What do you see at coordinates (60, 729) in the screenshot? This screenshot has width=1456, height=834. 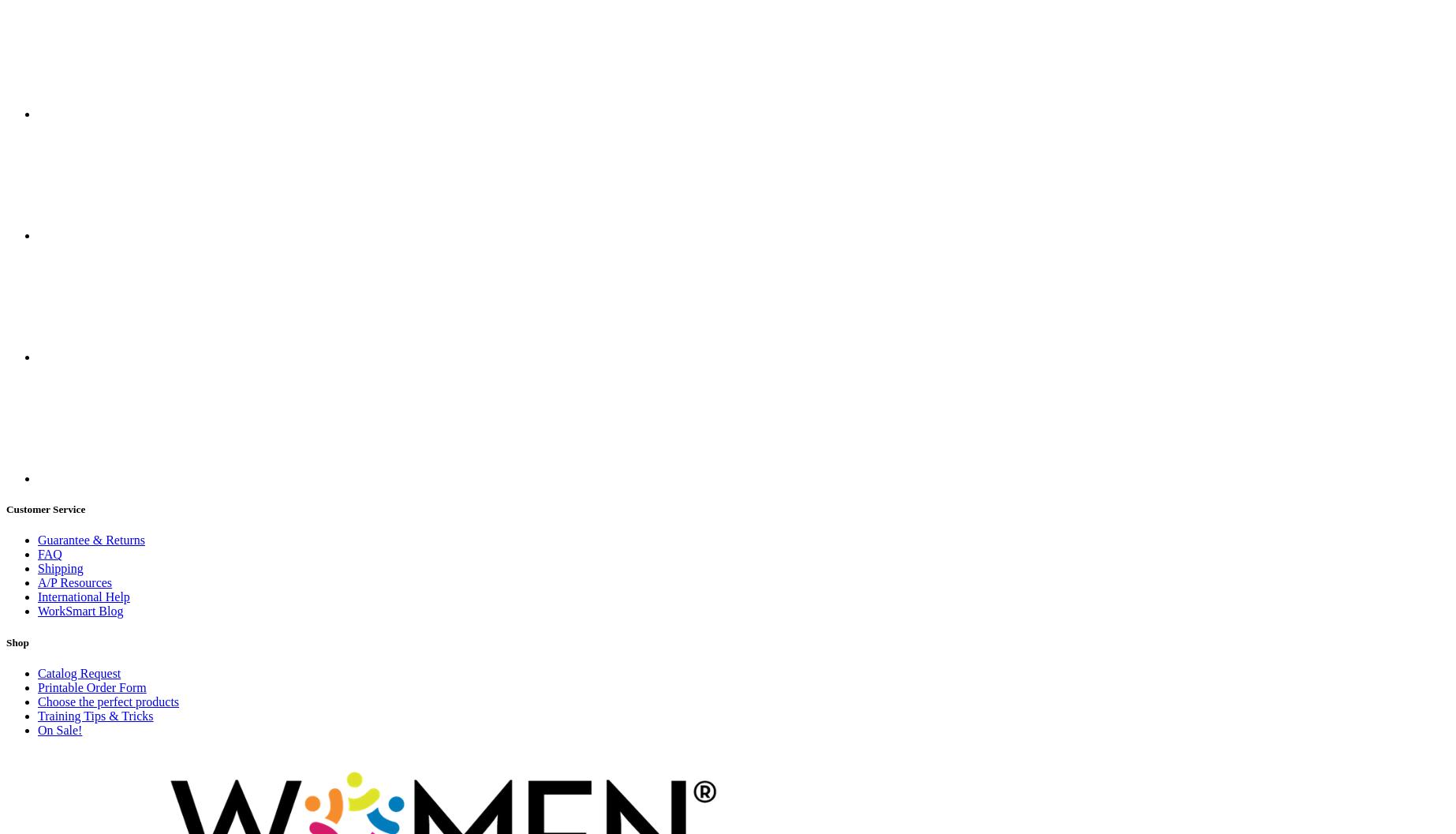 I see `'On Sale!'` at bounding box center [60, 729].